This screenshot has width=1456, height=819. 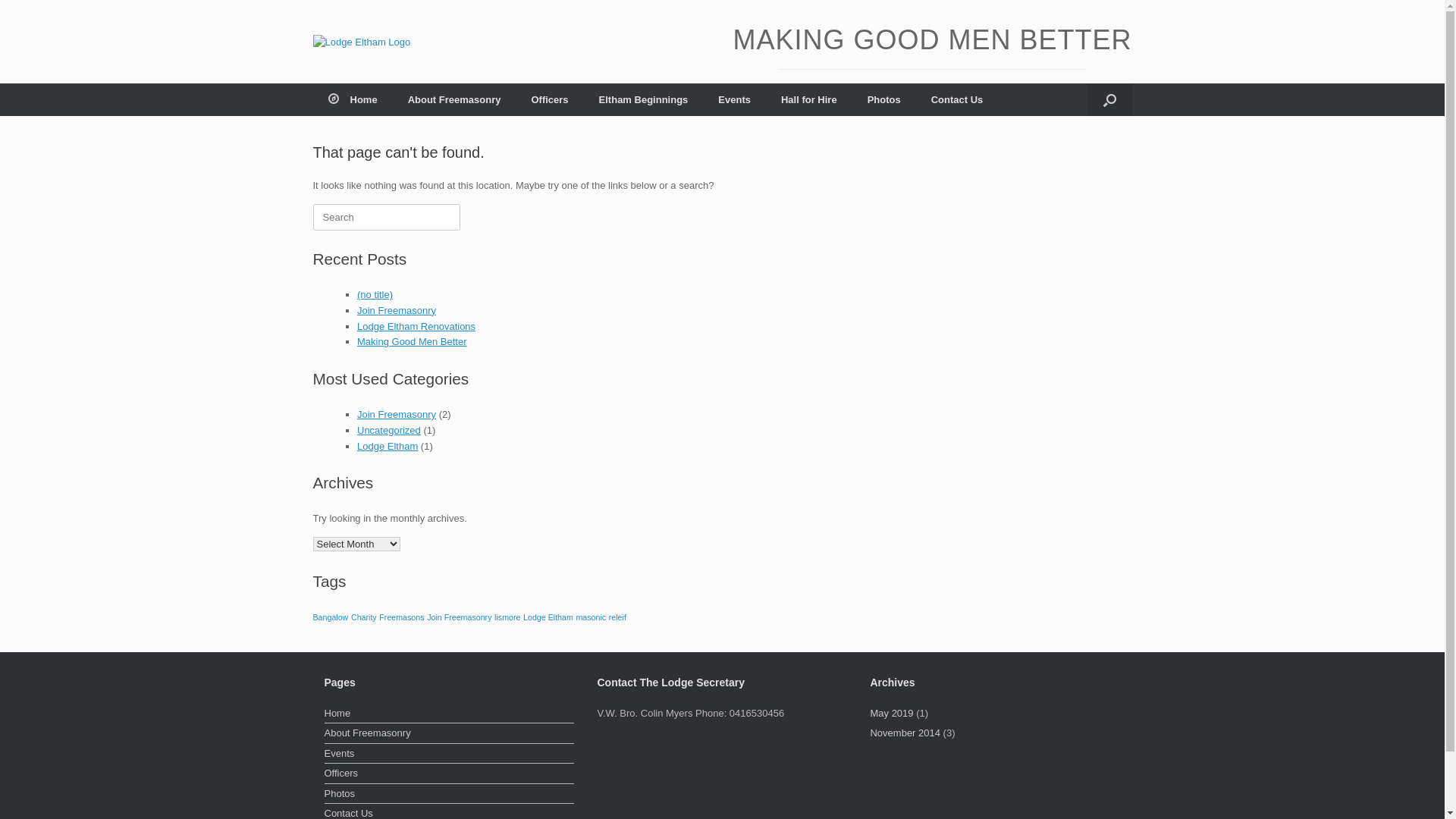 What do you see at coordinates (416, 325) in the screenshot?
I see `'Lodge Eltham Renovations'` at bounding box center [416, 325].